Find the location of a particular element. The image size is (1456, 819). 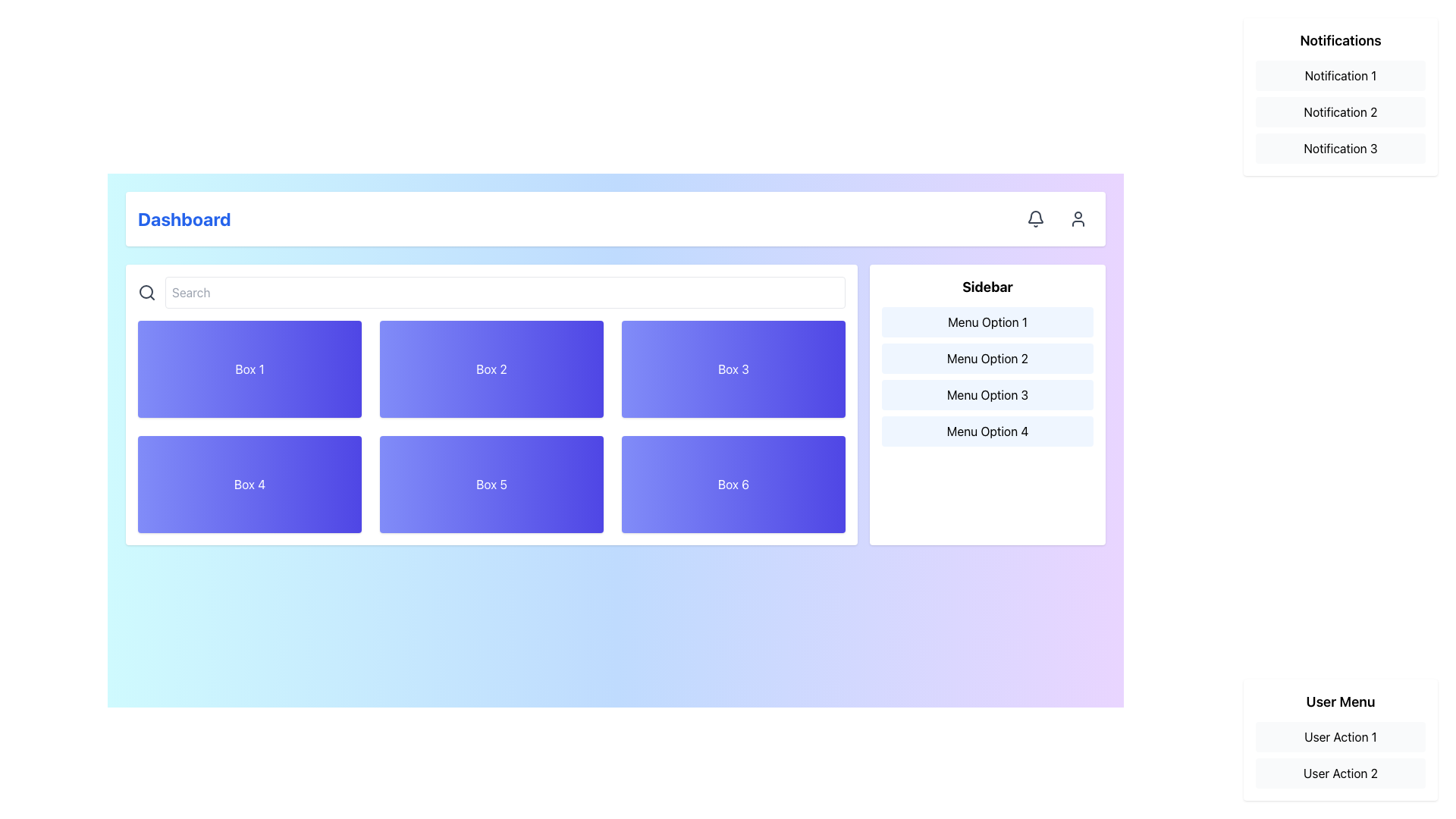

the vertical menu group in the 'Sidebar' section is located at coordinates (987, 376).